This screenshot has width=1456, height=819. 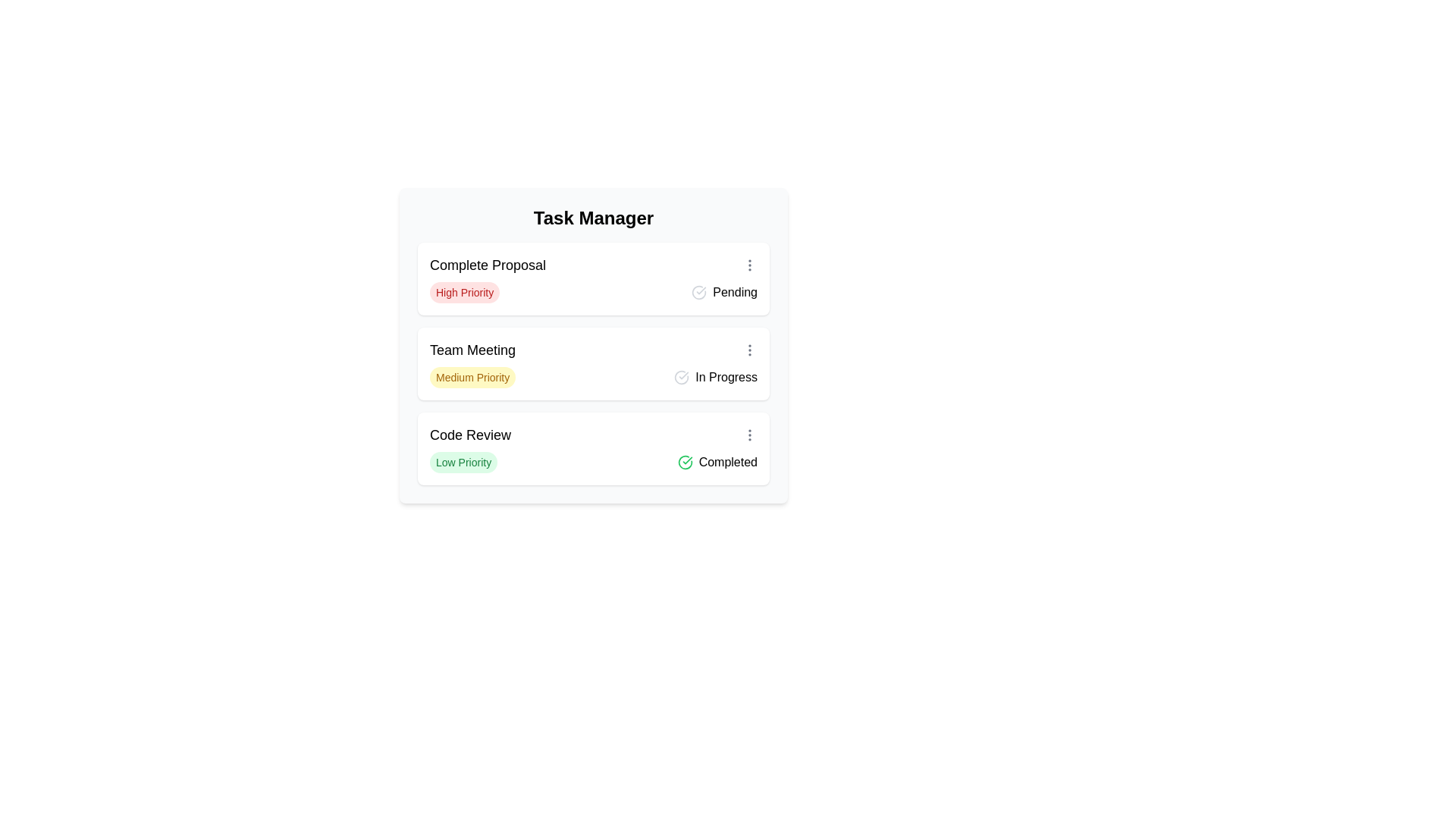 I want to click on status text from the Status Indicator indicating 'Pending' for the task 'Complete Proposal' located to the right of 'High Priority', so click(x=723, y=292).